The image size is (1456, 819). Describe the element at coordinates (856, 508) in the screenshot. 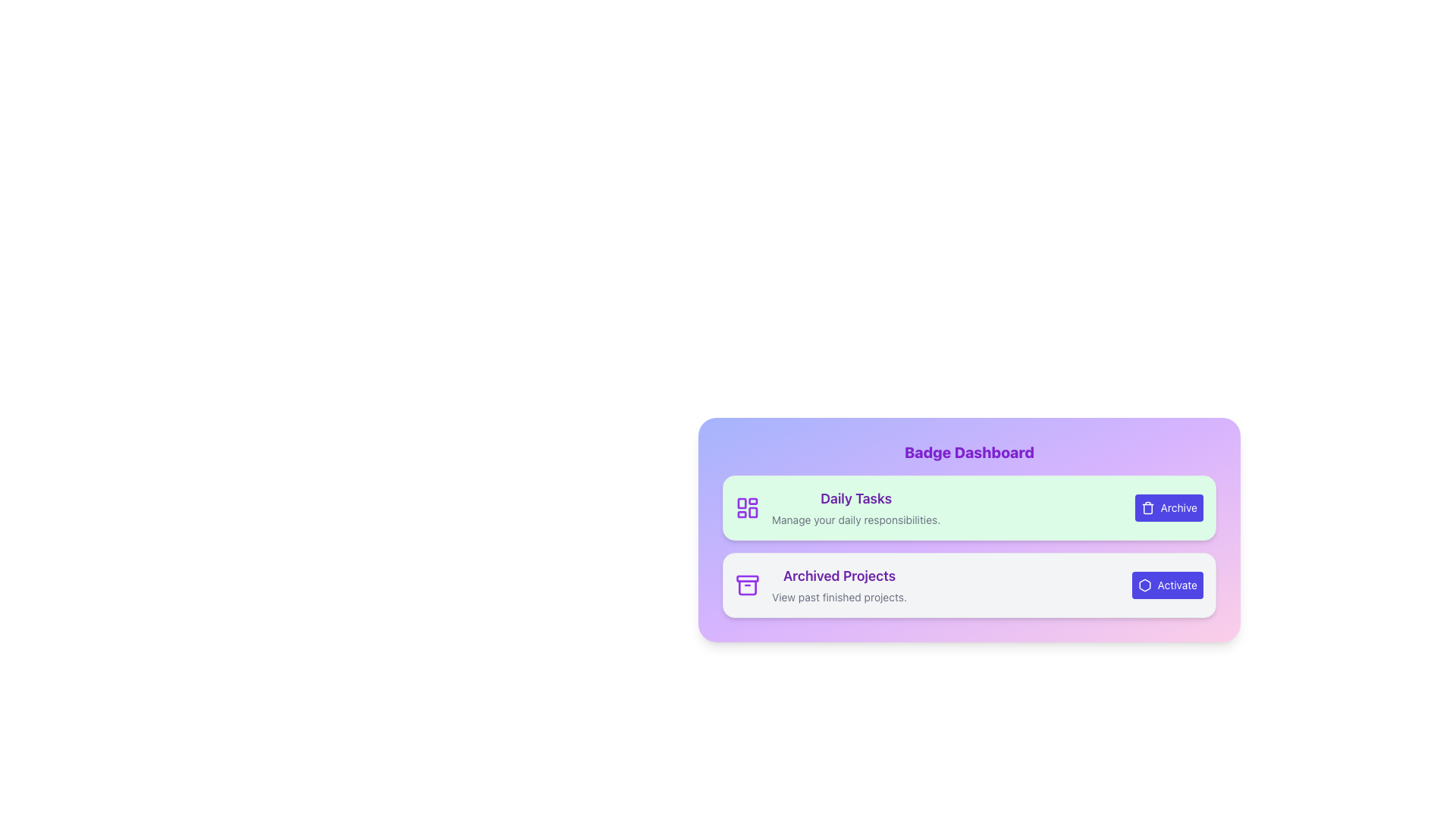

I see `the Informational text block element that displays 'Daily Tasks' in bold purple font and 'Manage your daily responsibilities.' in smaller gray text, located within a light green box in the 'Badge Dashboard' section` at that location.